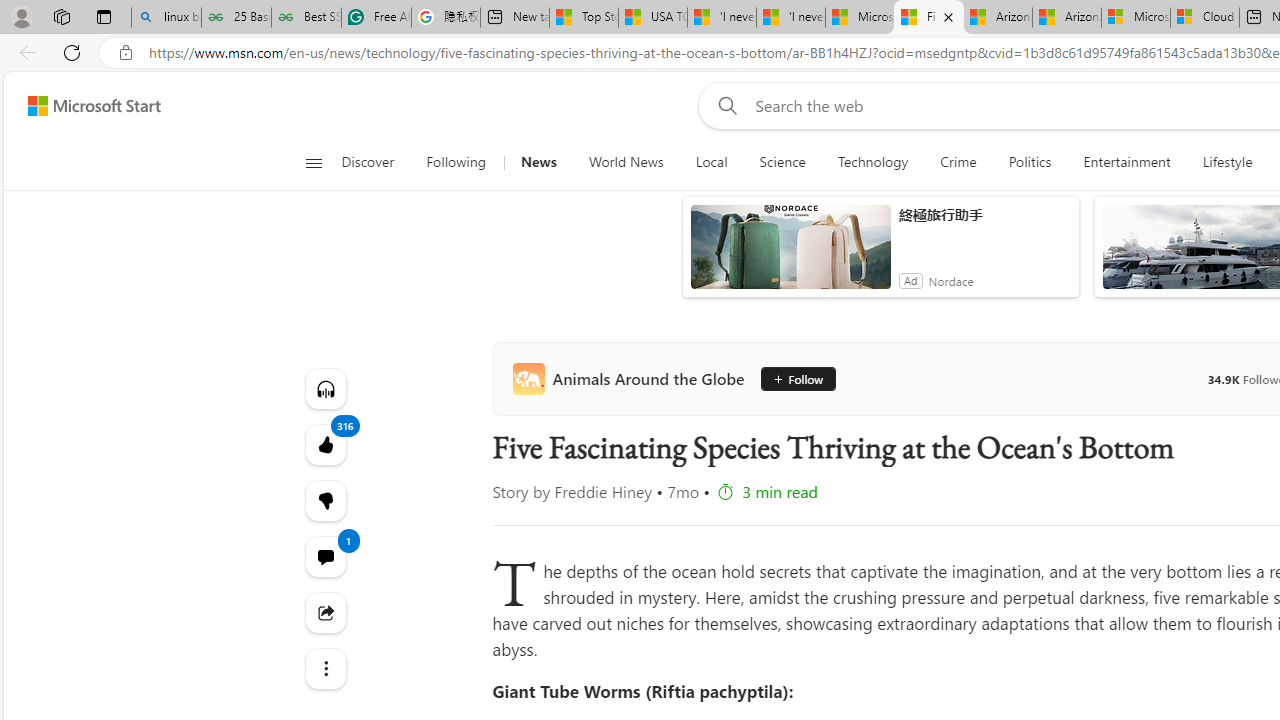  What do you see at coordinates (711, 162) in the screenshot?
I see `'Local'` at bounding box center [711, 162].